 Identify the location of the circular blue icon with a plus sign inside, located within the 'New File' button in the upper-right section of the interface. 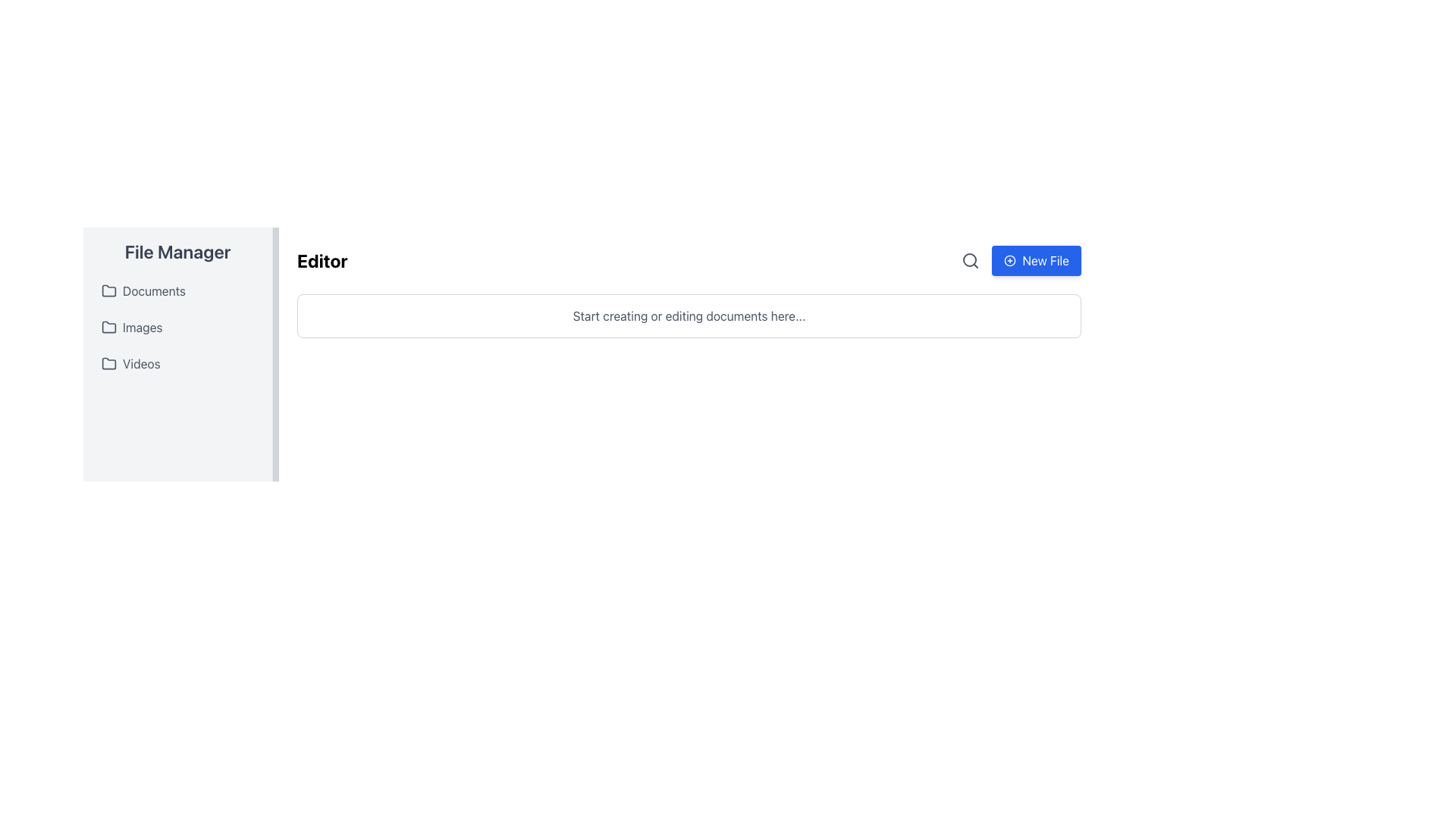
(1010, 259).